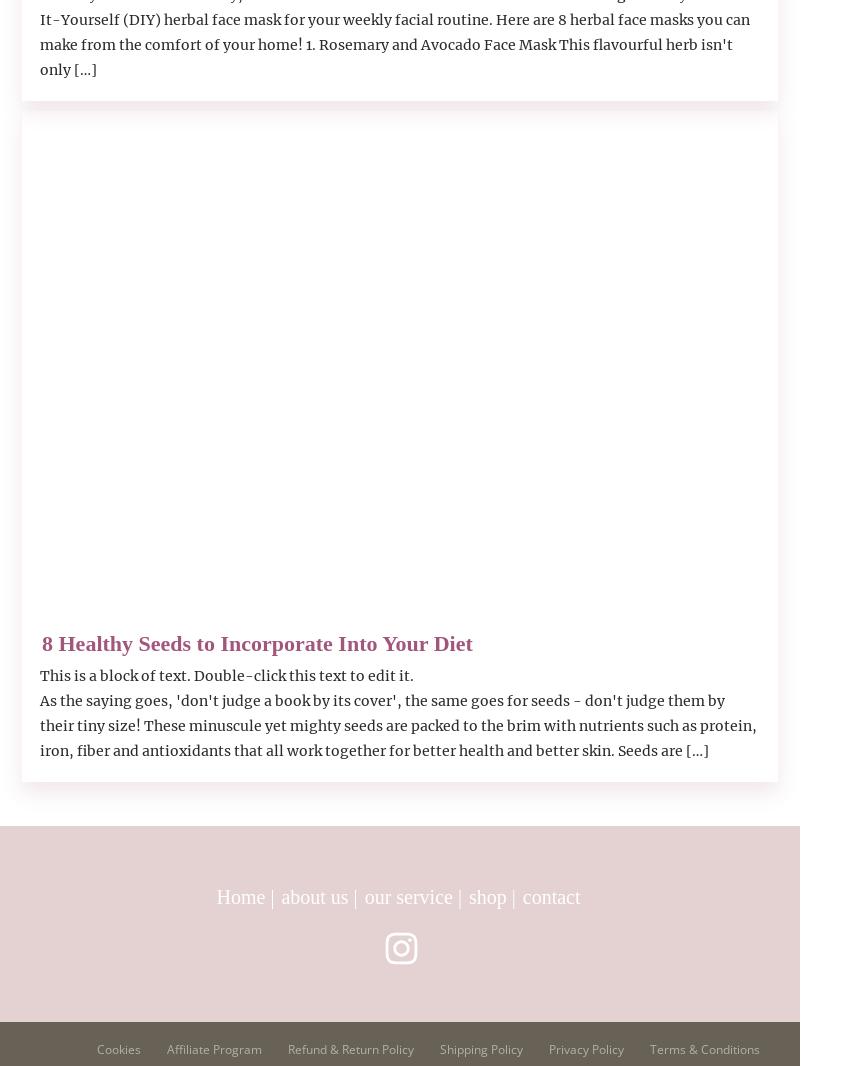  What do you see at coordinates (486, 897) in the screenshot?
I see `'shop'` at bounding box center [486, 897].